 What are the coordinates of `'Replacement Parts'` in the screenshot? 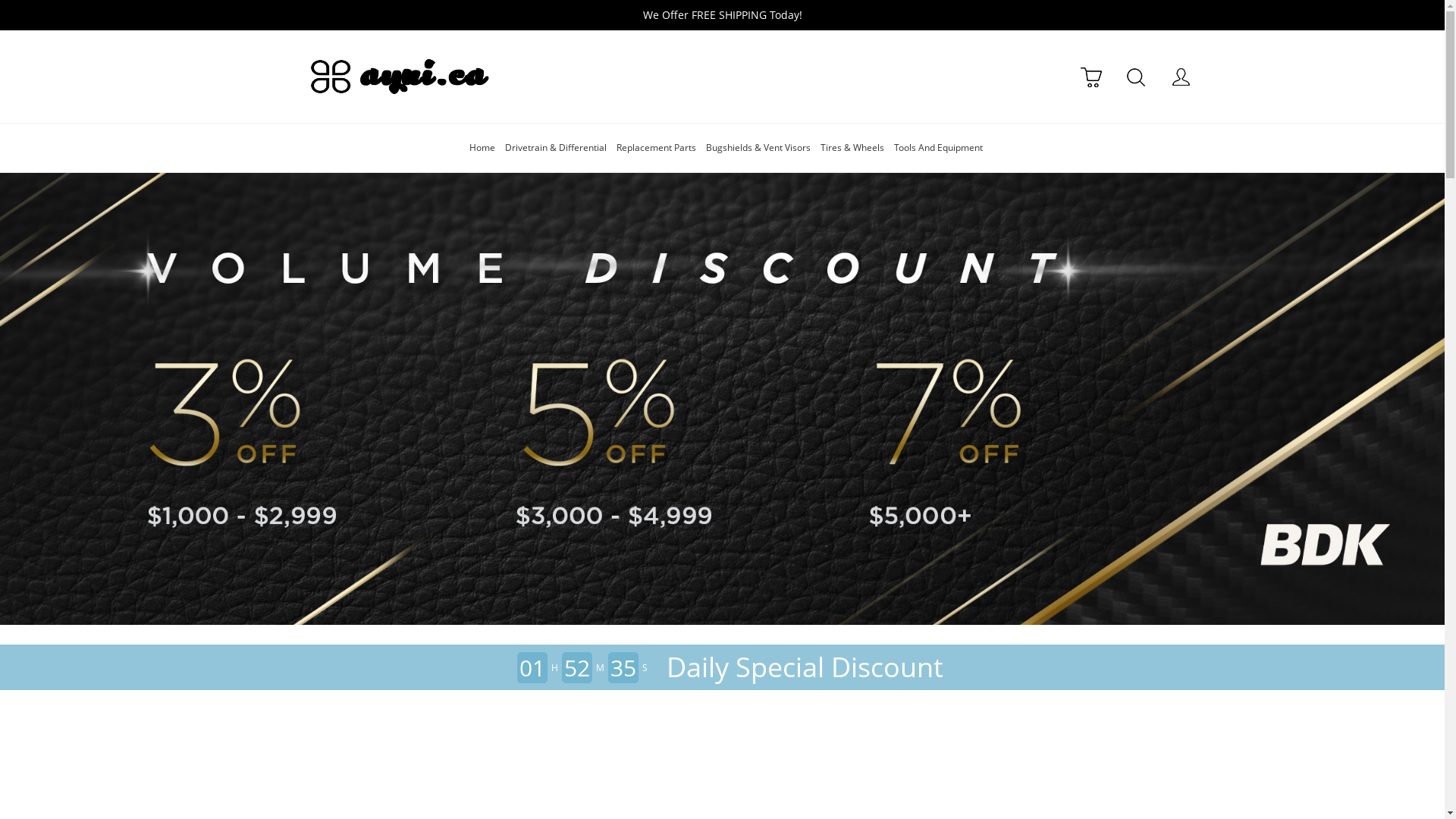 It's located at (656, 147).